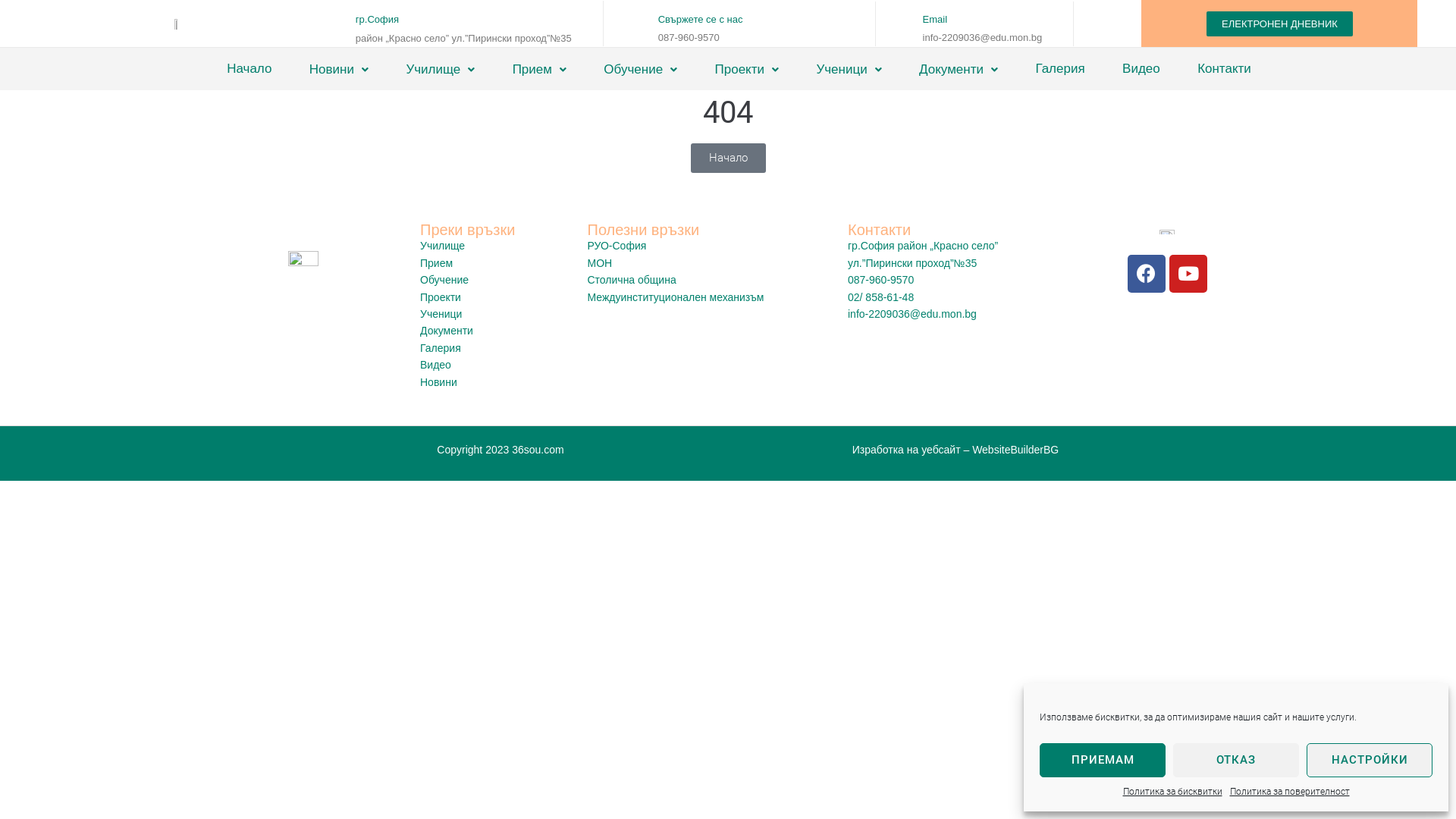 The width and height of the screenshot is (1456, 819). Describe the element at coordinates (500, 449) in the screenshot. I see `'Copyright 2023 36sou.com'` at that location.